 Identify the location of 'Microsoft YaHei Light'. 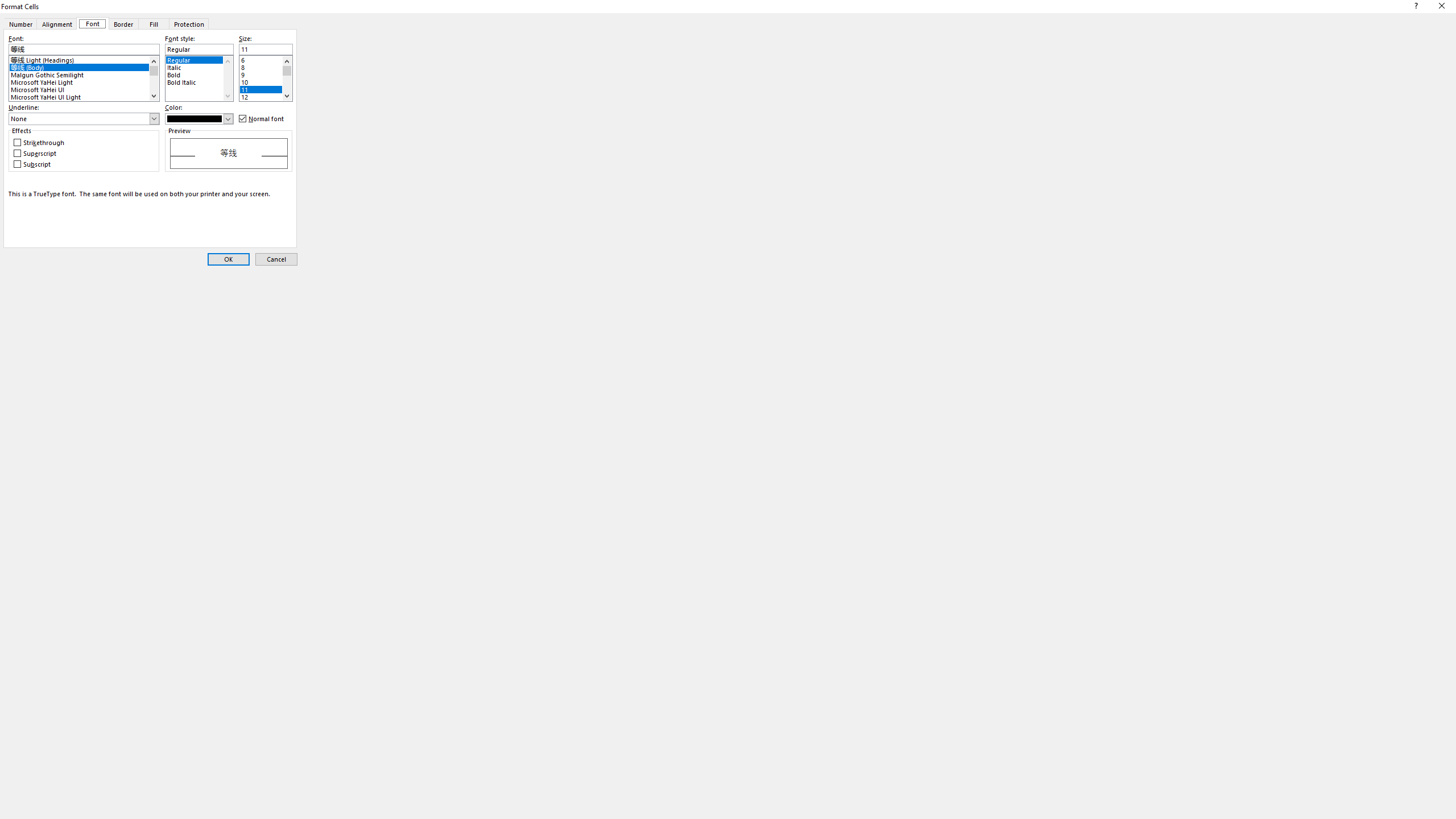
(84, 80).